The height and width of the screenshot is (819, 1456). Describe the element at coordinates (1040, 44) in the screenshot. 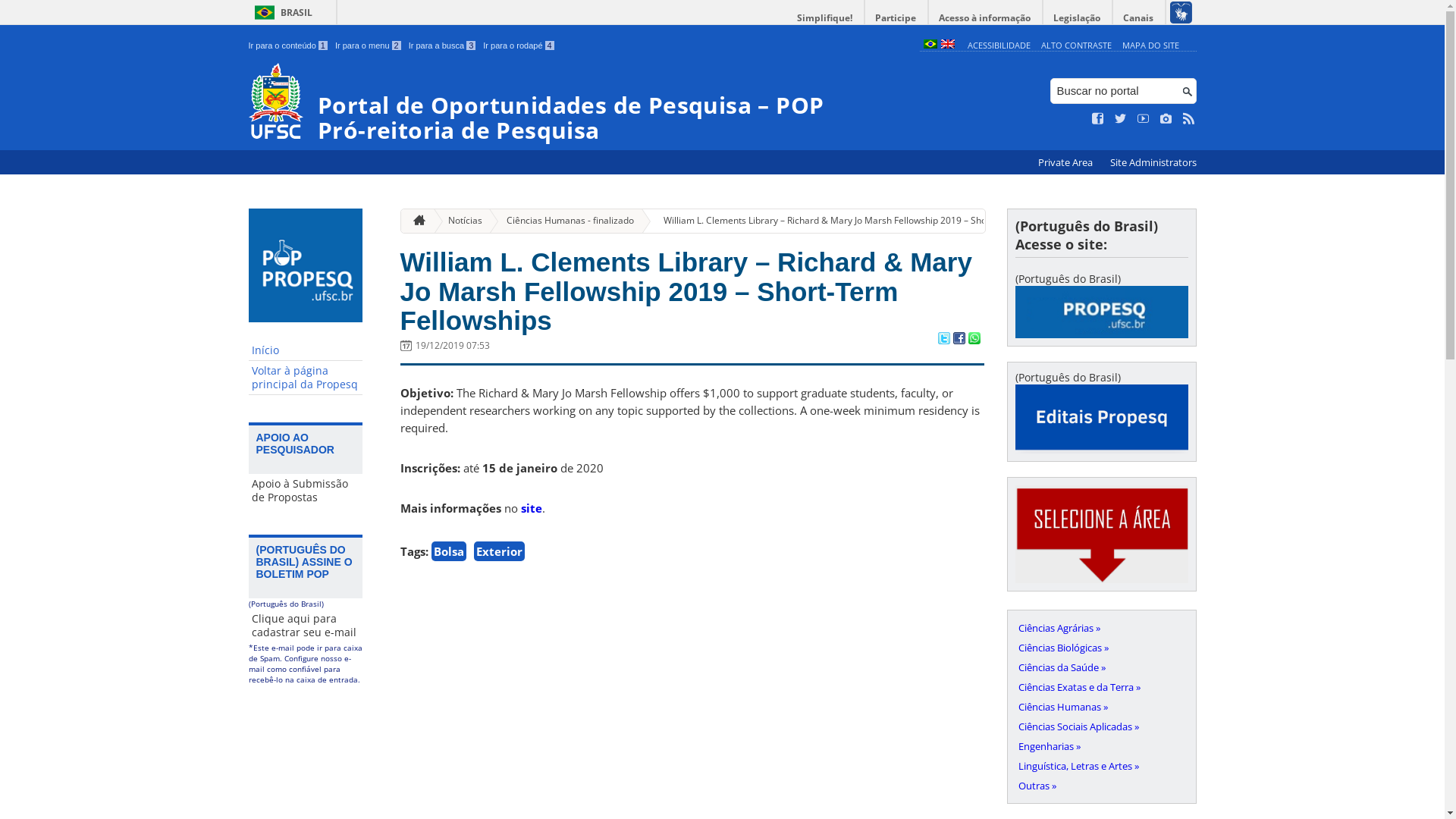

I see `'ALTO CONTRASTE'` at that location.